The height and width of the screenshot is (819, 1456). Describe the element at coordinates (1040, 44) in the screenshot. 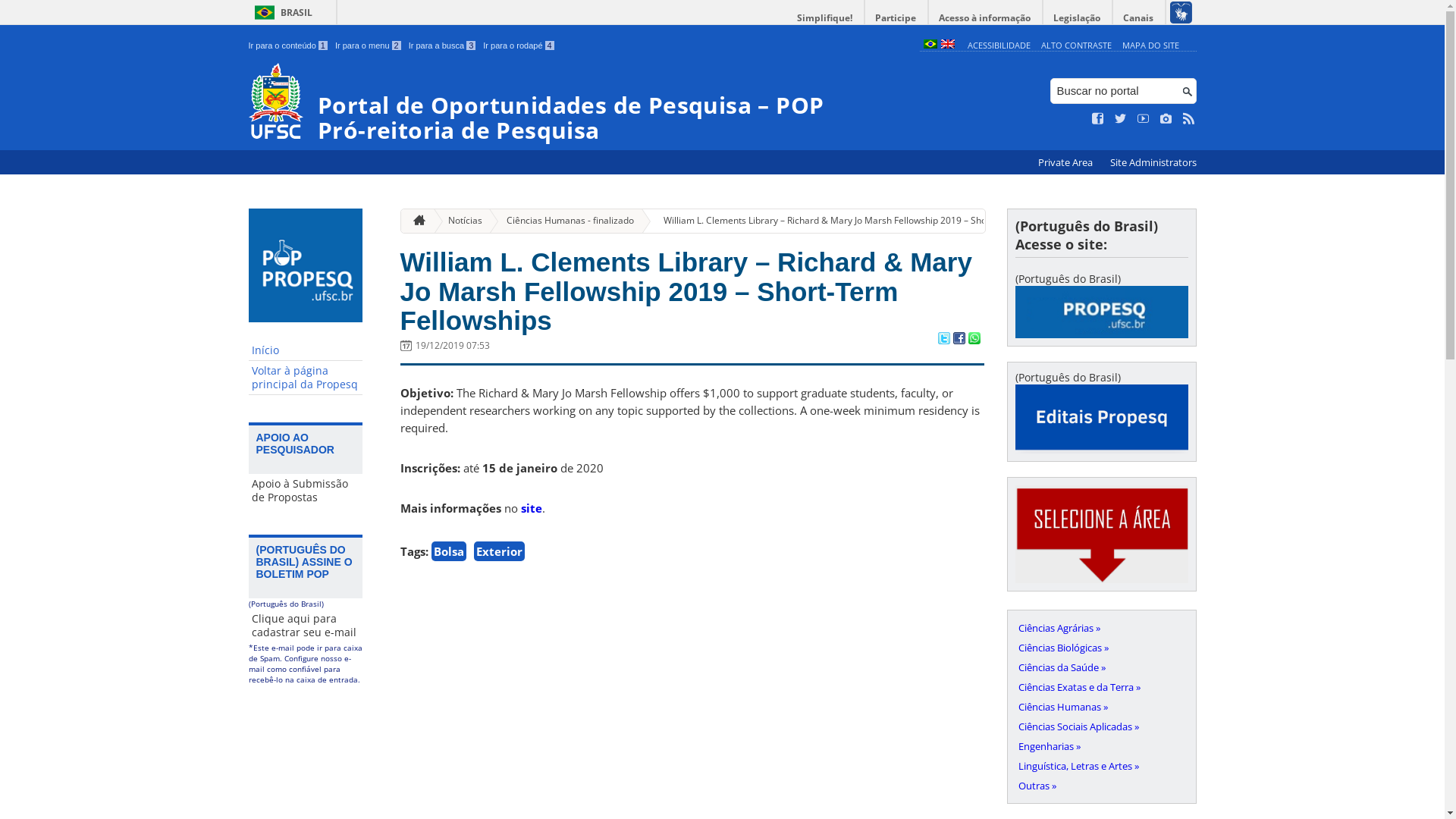

I see `'ALTO CONTRASTE'` at that location.